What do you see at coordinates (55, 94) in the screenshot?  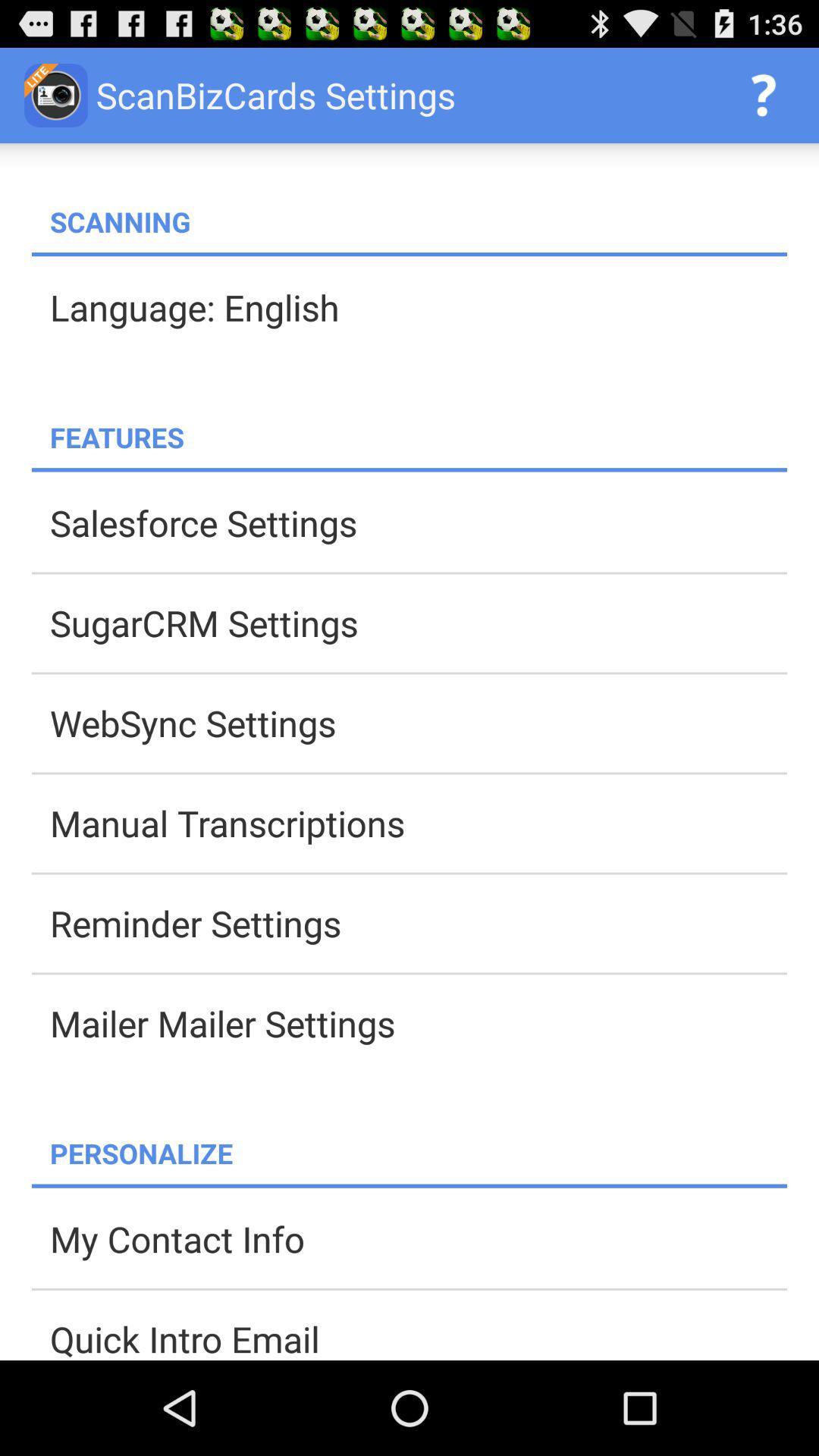 I see `the icon which is beside scanbizcards settings` at bounding box center [55, 94].